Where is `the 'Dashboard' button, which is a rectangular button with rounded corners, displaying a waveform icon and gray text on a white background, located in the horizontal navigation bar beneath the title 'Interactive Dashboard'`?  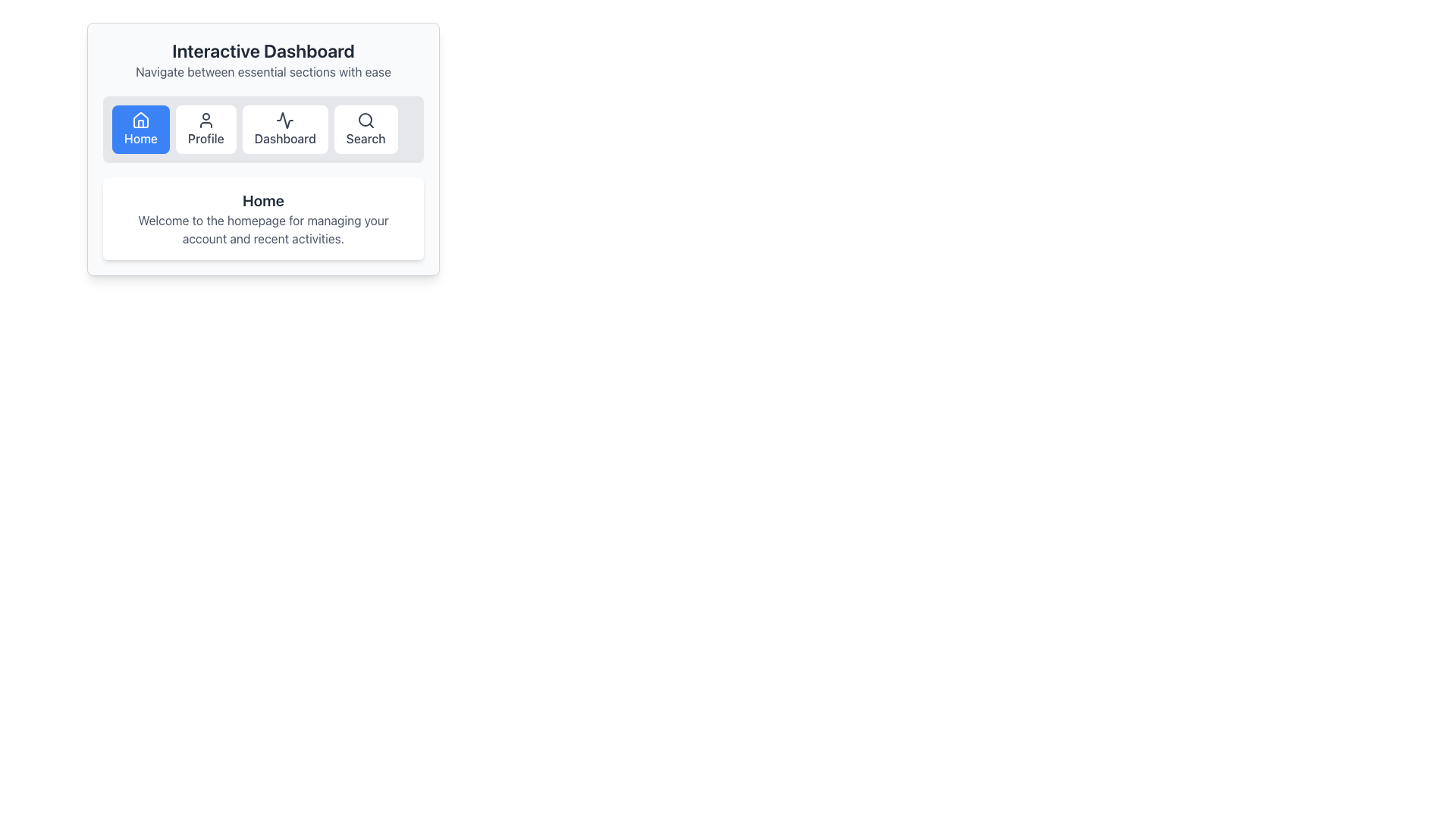
the 'Dashboard' button, which is a rectangular button with rounded corners, displaying a waveform icon and gray text on a white background, located in the horizontal navigation bar beneath the title 'Interactive Dashboard' is located at coordinates (285, 128).